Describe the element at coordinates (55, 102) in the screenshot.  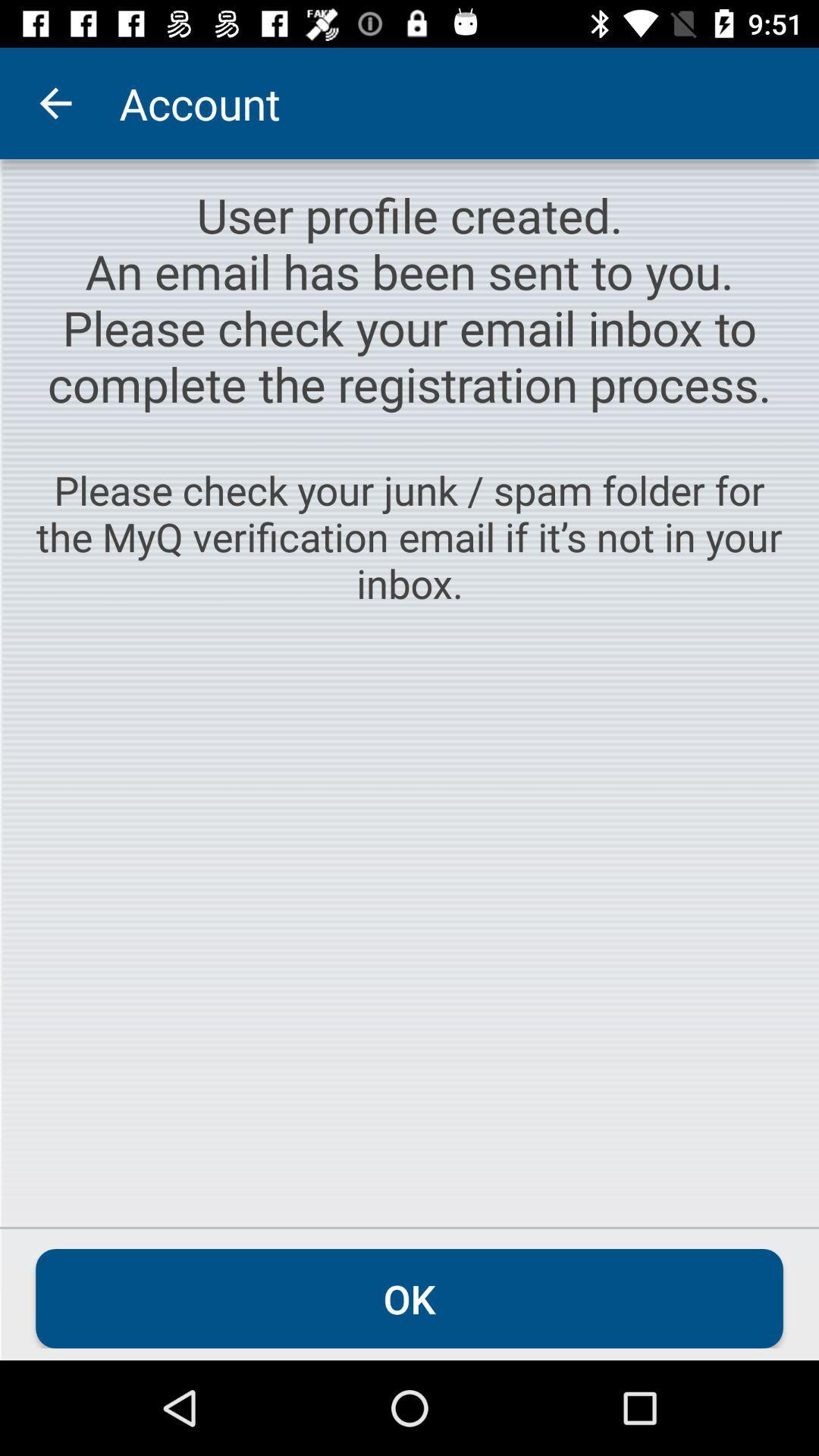
I see `the icon next to the account icon` at that location.